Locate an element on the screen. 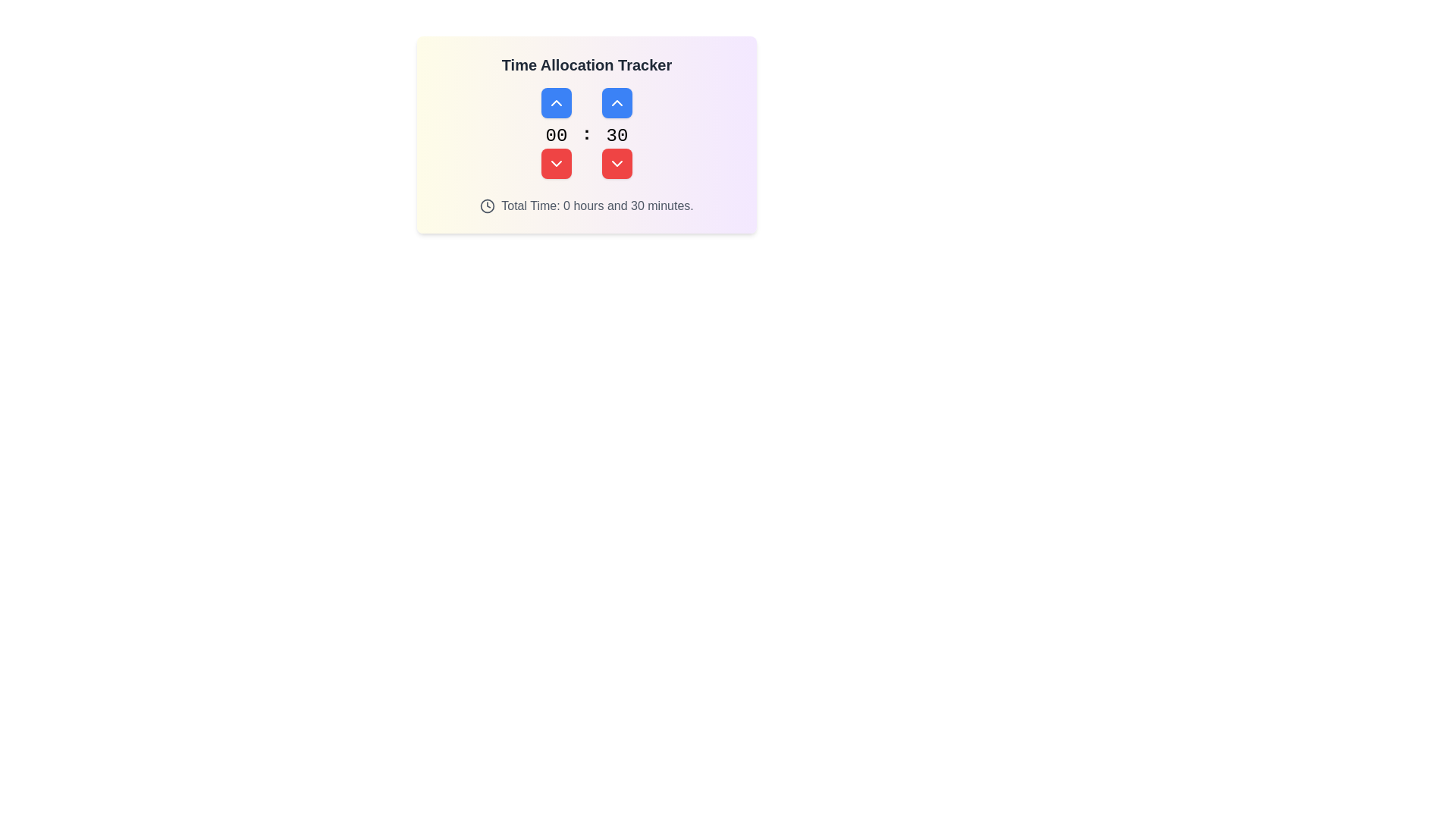  the numeric text display element showing '30', which is part of the time selection interface, located between the upward and downward arrow buttons is located at coordinates (617, 133).